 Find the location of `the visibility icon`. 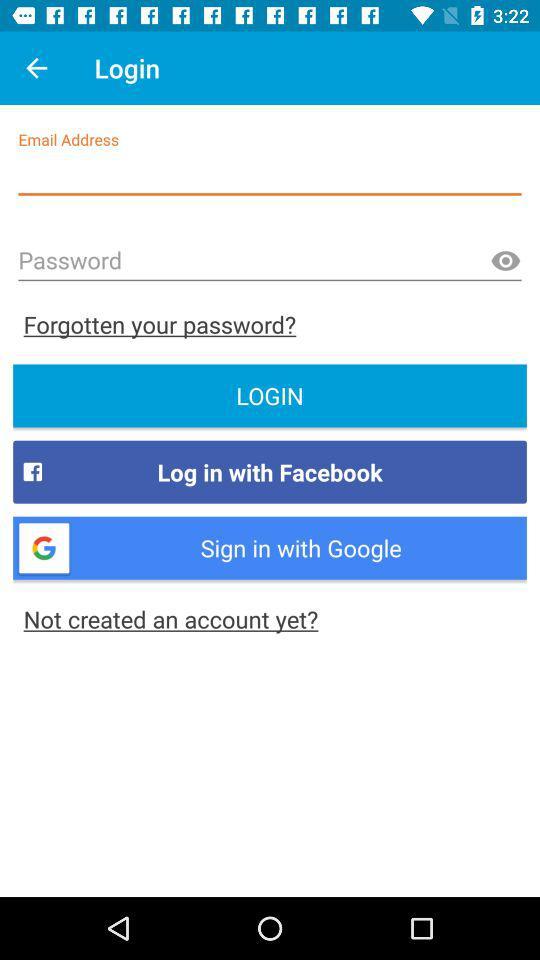

the visibility icon is located at coordinates (504, 260).